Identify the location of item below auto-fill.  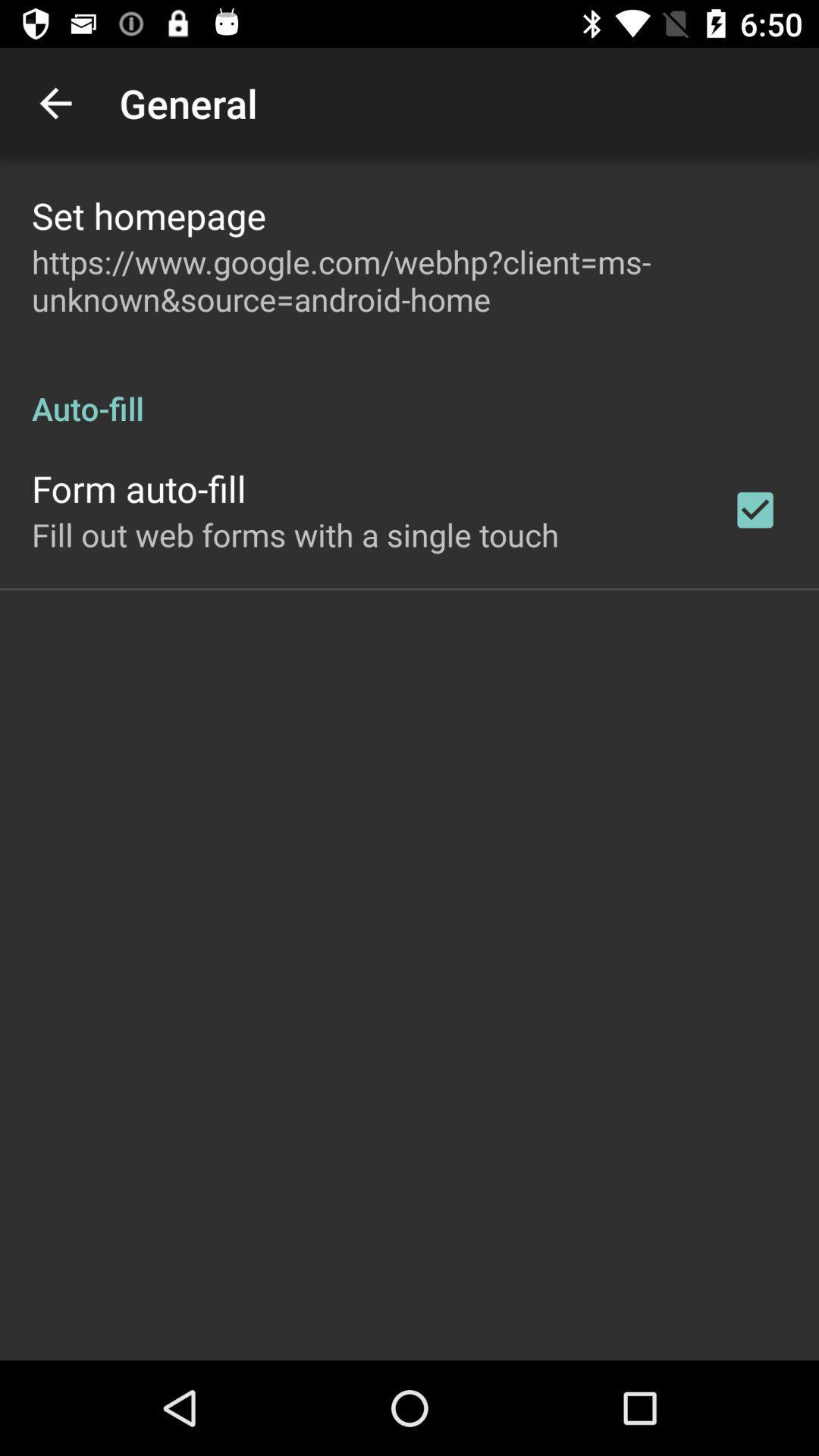
(755, 510).